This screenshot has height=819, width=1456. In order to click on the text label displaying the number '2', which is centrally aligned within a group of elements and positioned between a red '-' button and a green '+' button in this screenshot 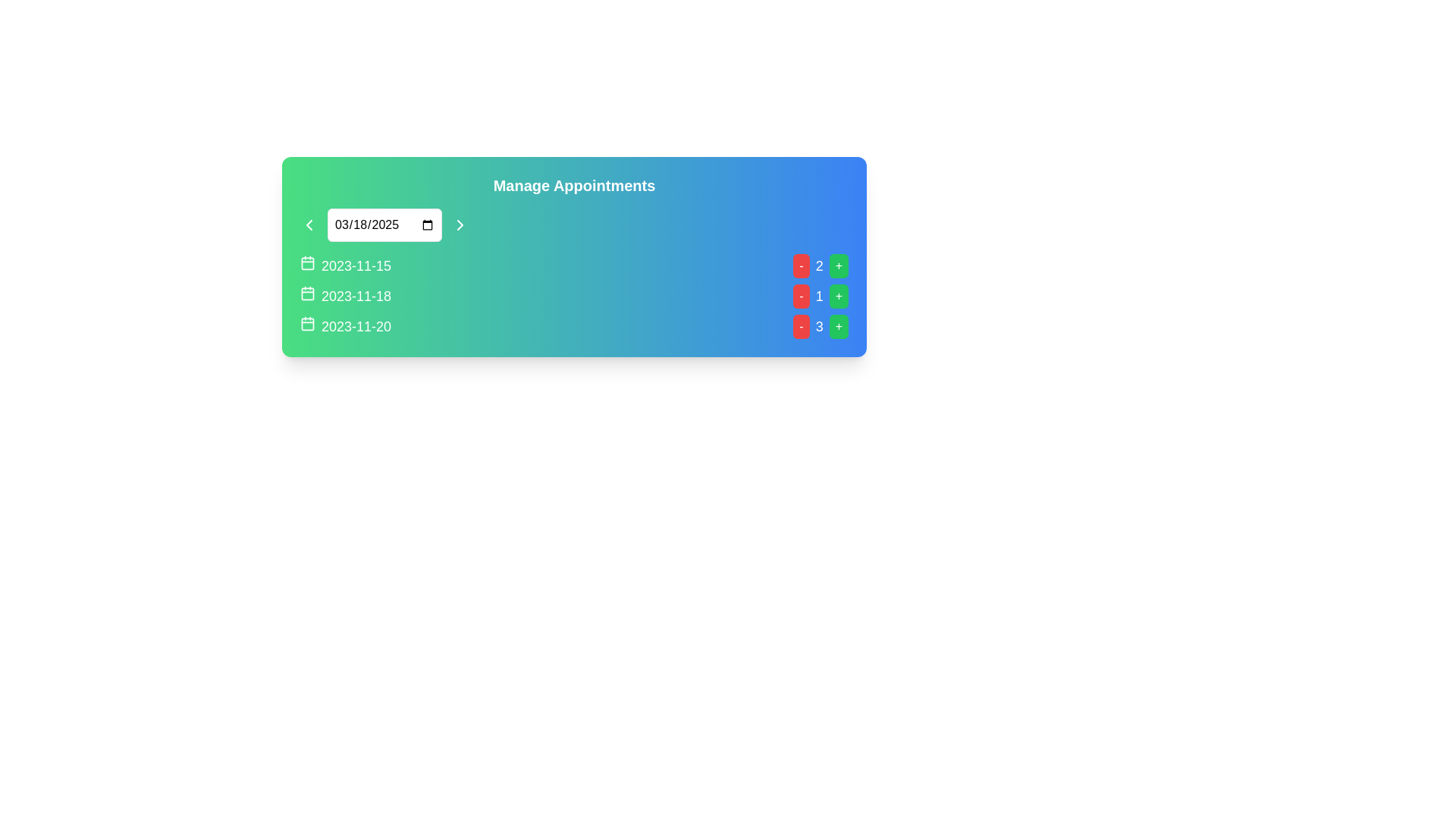, I will do `click(818, 265)`.